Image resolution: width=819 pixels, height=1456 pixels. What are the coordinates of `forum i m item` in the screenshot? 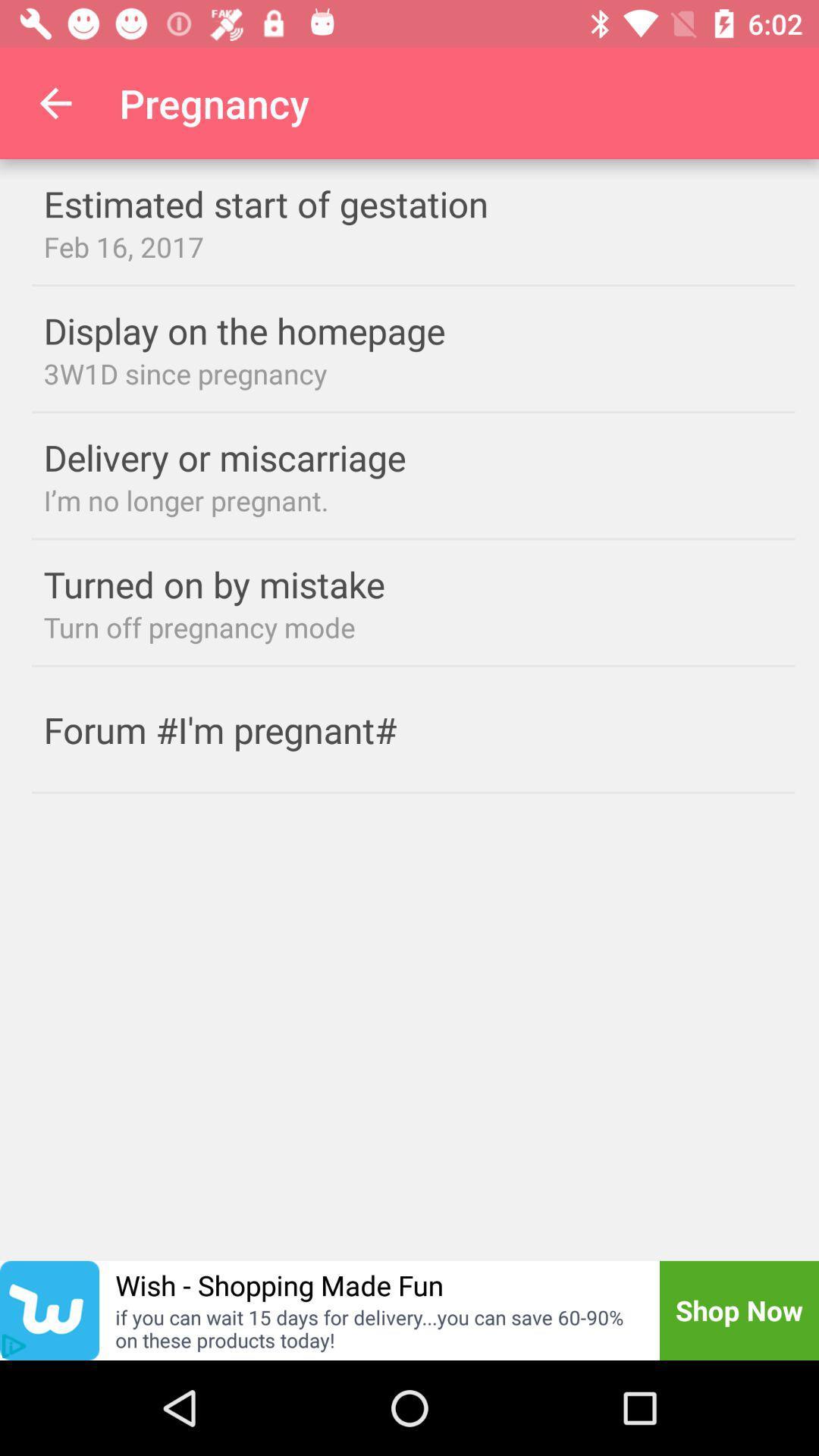 It's located at (249, 730).